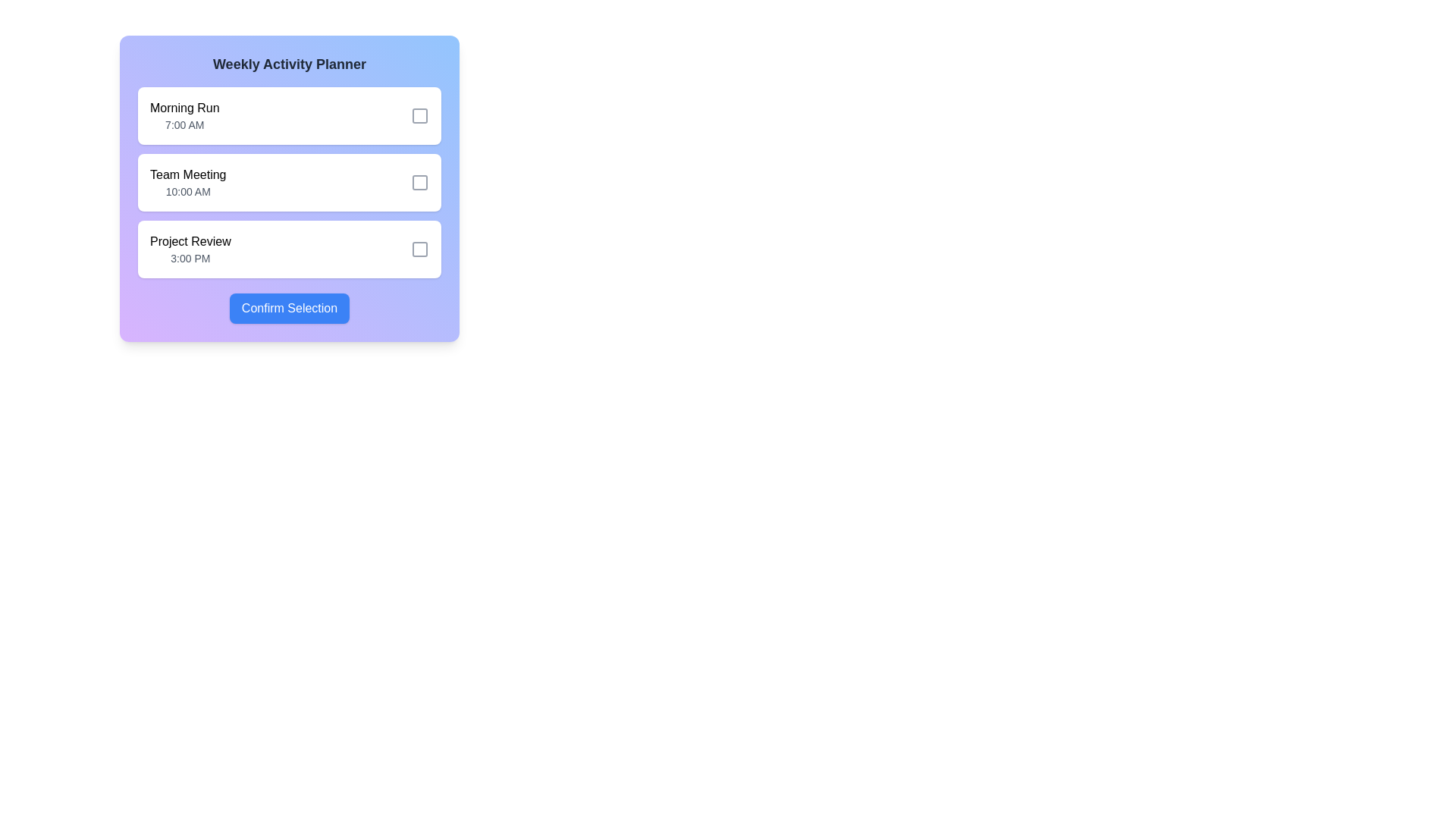 Image resolution: width=1456 pixels, height=819 pixels. Describe the element at coordinates (184, 124) in the screenshot. I see `the text displaying the scheduled time for the activity 'Morning Run', located in the first box under the 'Weekly Activity Planner', directly below the title 'Morning Run' and to the left of a checkbox` at that location.